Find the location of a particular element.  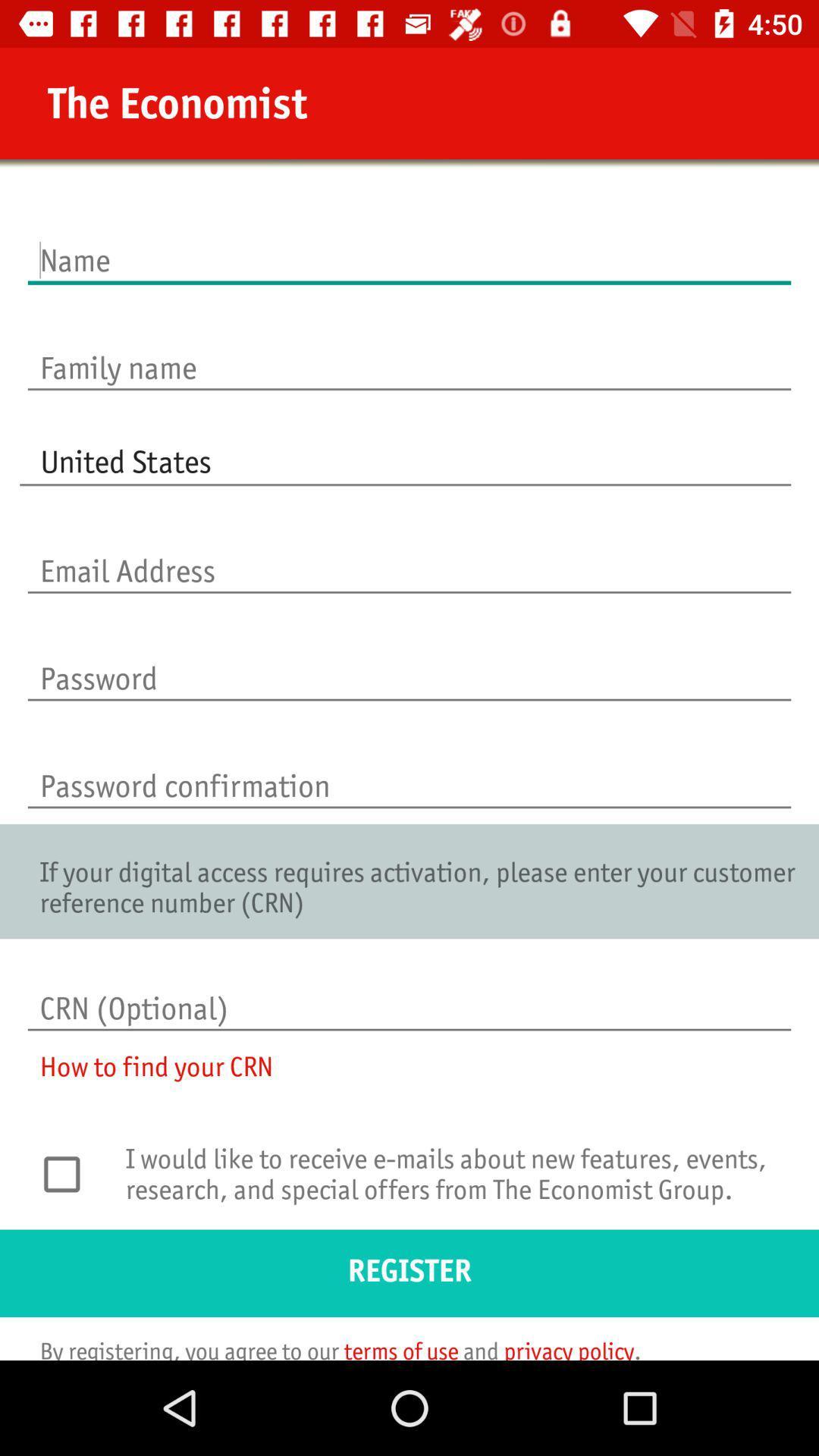

how to find is located at coordinates (146, 1075).